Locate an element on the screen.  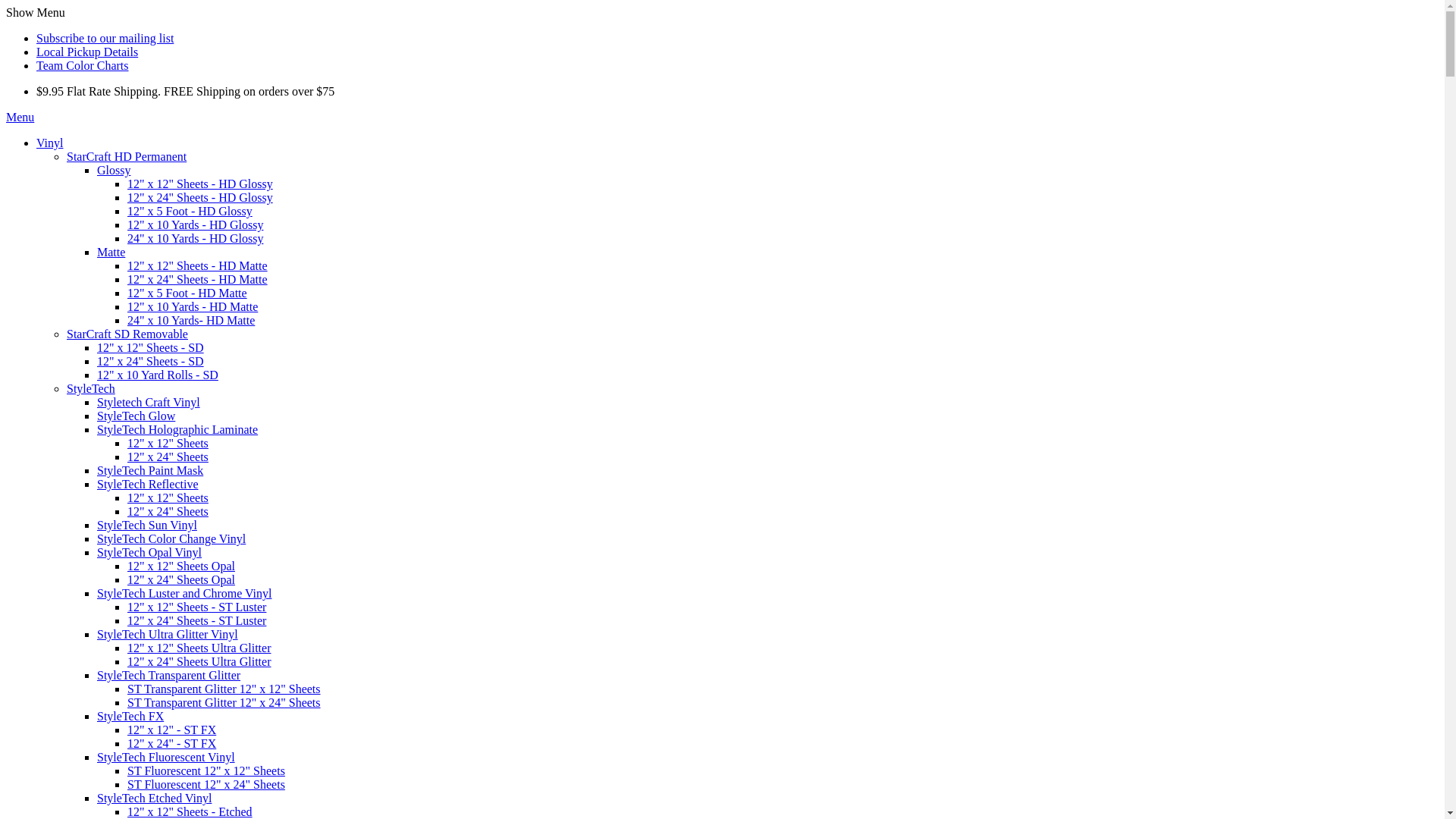
'12" x 5 Foot - HD Glossy' is located at coordinates (189, 211).